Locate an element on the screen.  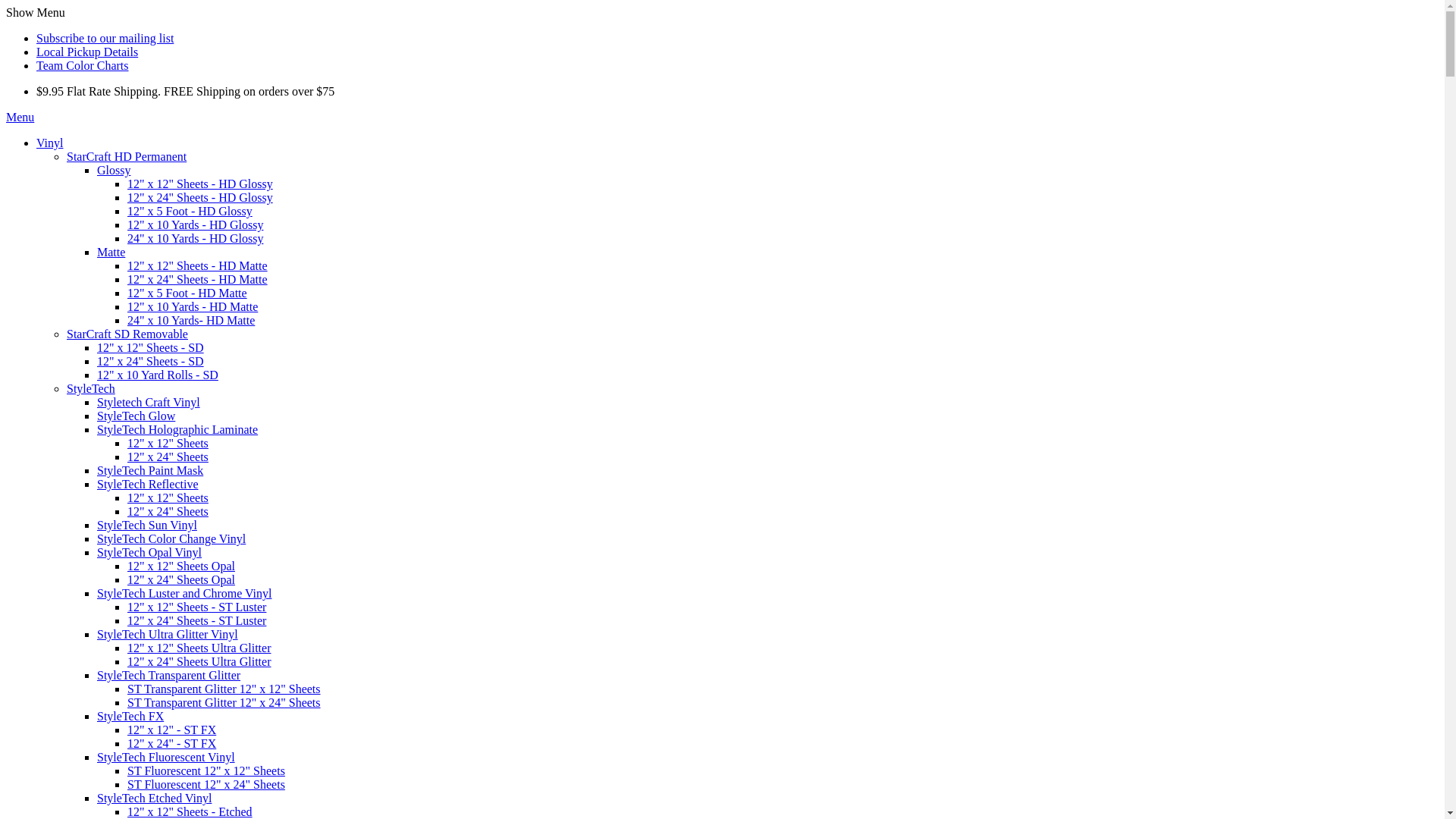
'12" x 5 Foot - HD Glossy' is located at coordinates (189, 211).